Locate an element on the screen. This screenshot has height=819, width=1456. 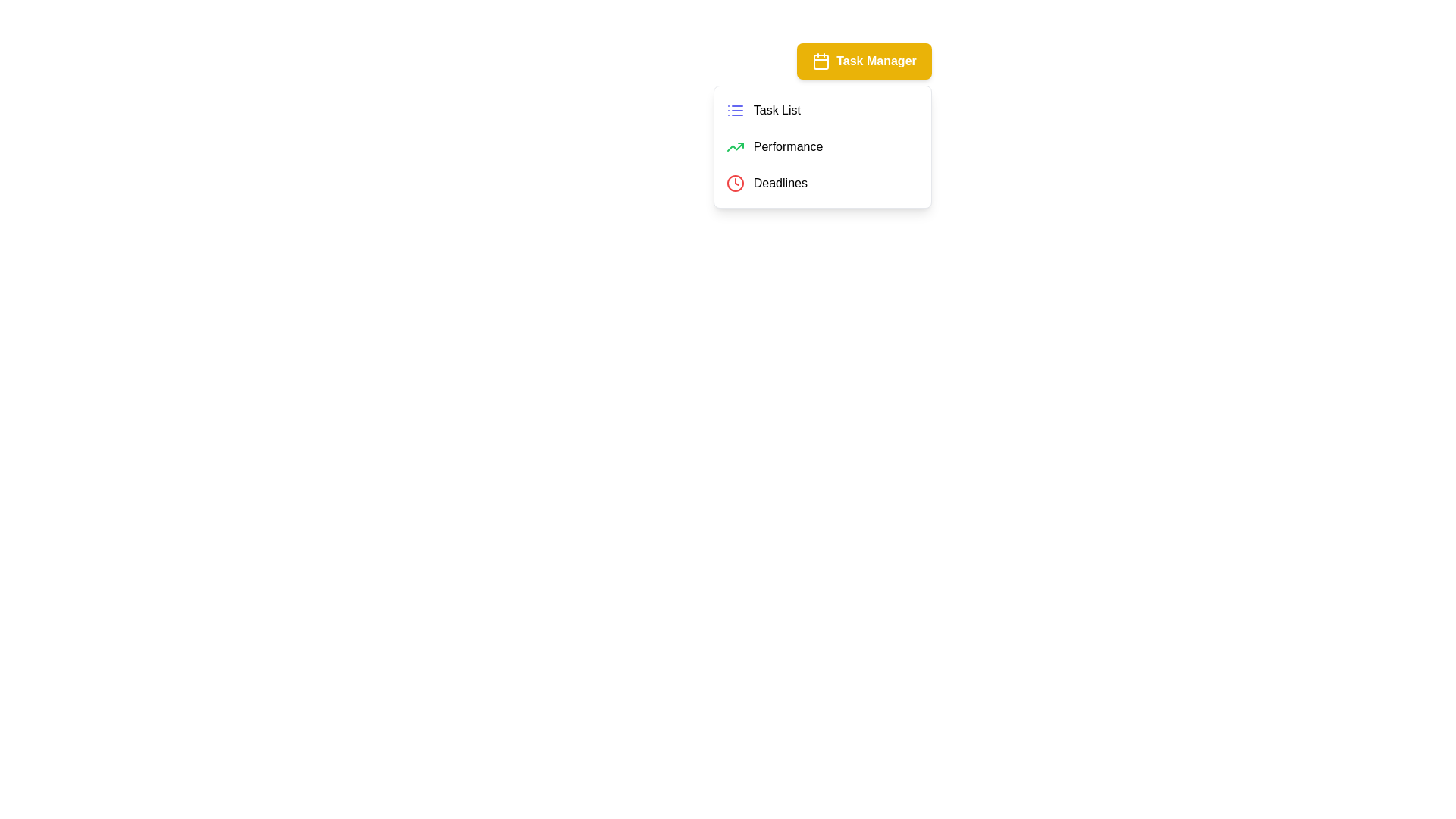
the menu item Performance to observe the visual feedback is located at coordinates (821, 146).